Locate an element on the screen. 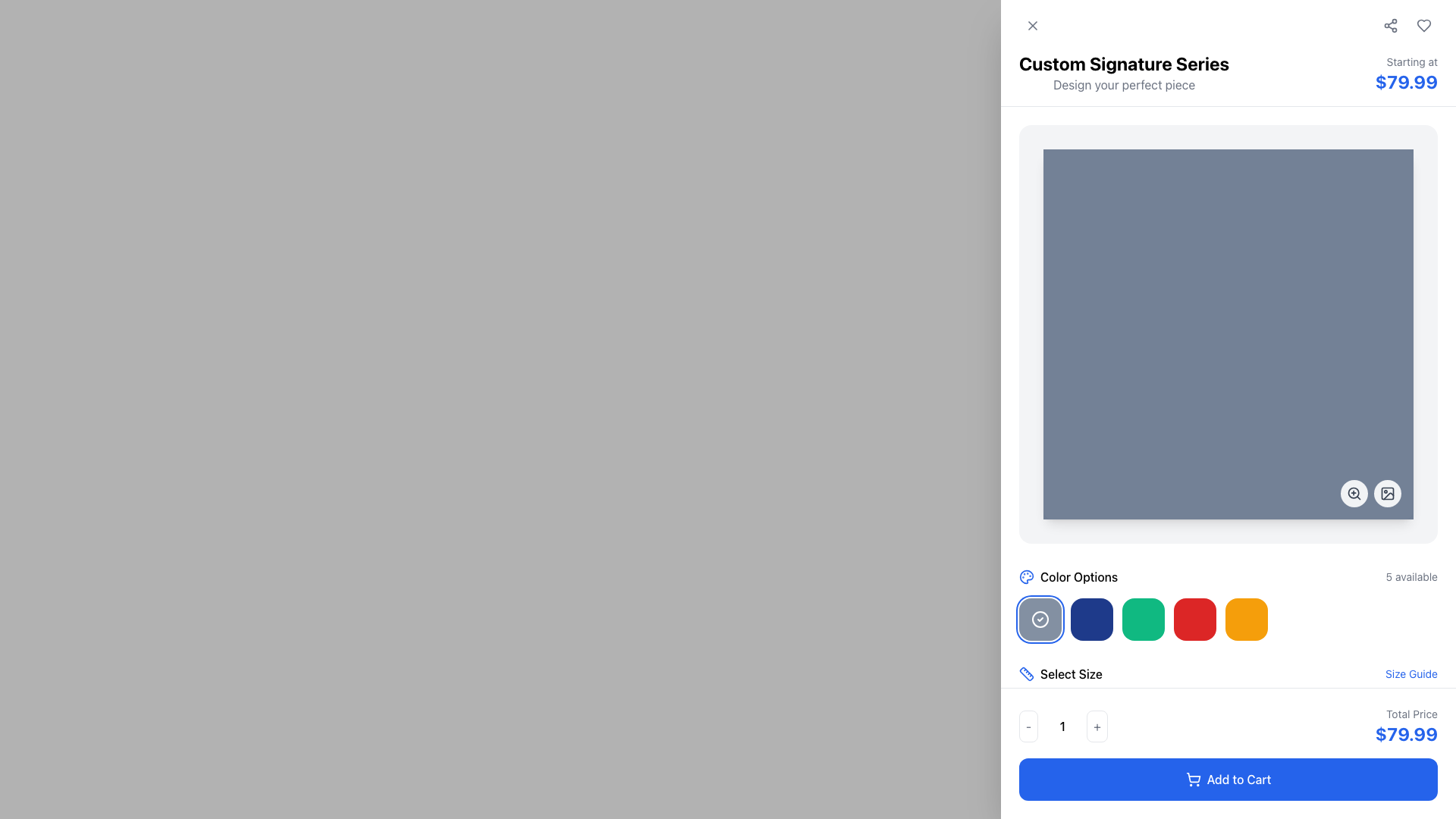 The height and width of the screenshot is (819, 1456). the square media display area with rounded corners, which has a white background and is positioned prominently in the right-hand panel of the layout is located at coordinates (1228, 333).